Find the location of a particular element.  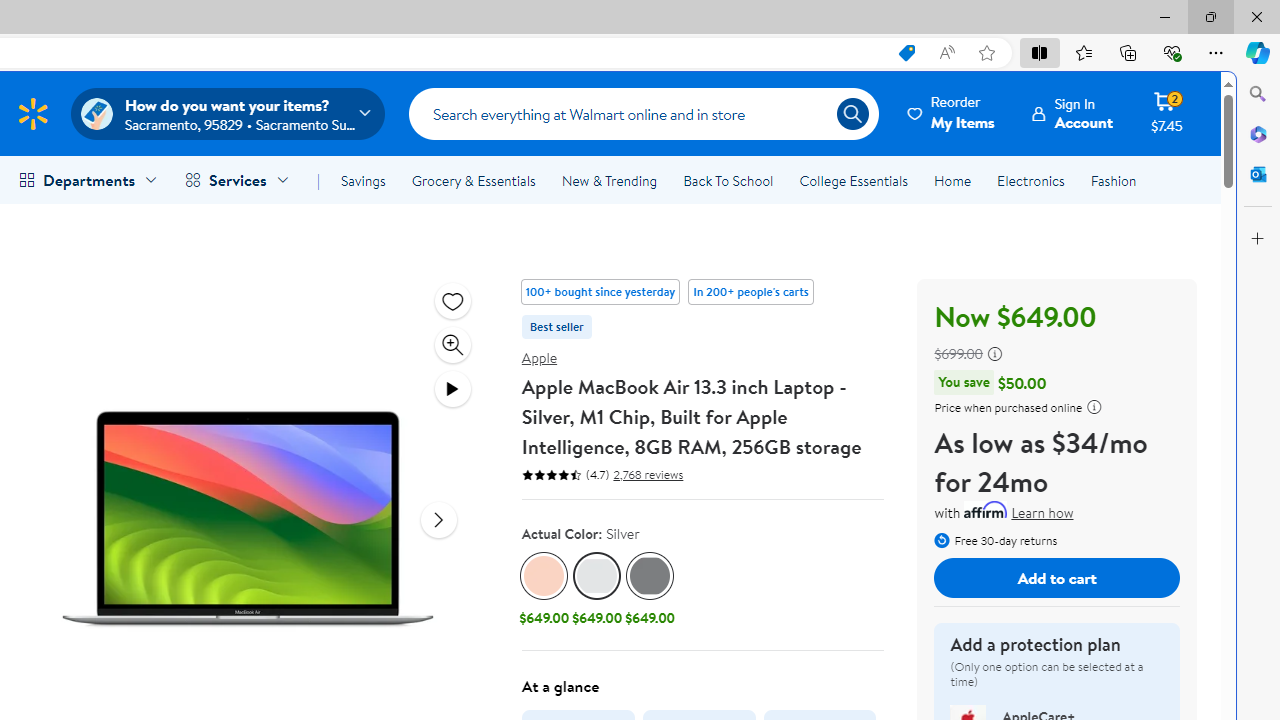

'Fashion' is located at coordinates (1112, 181).